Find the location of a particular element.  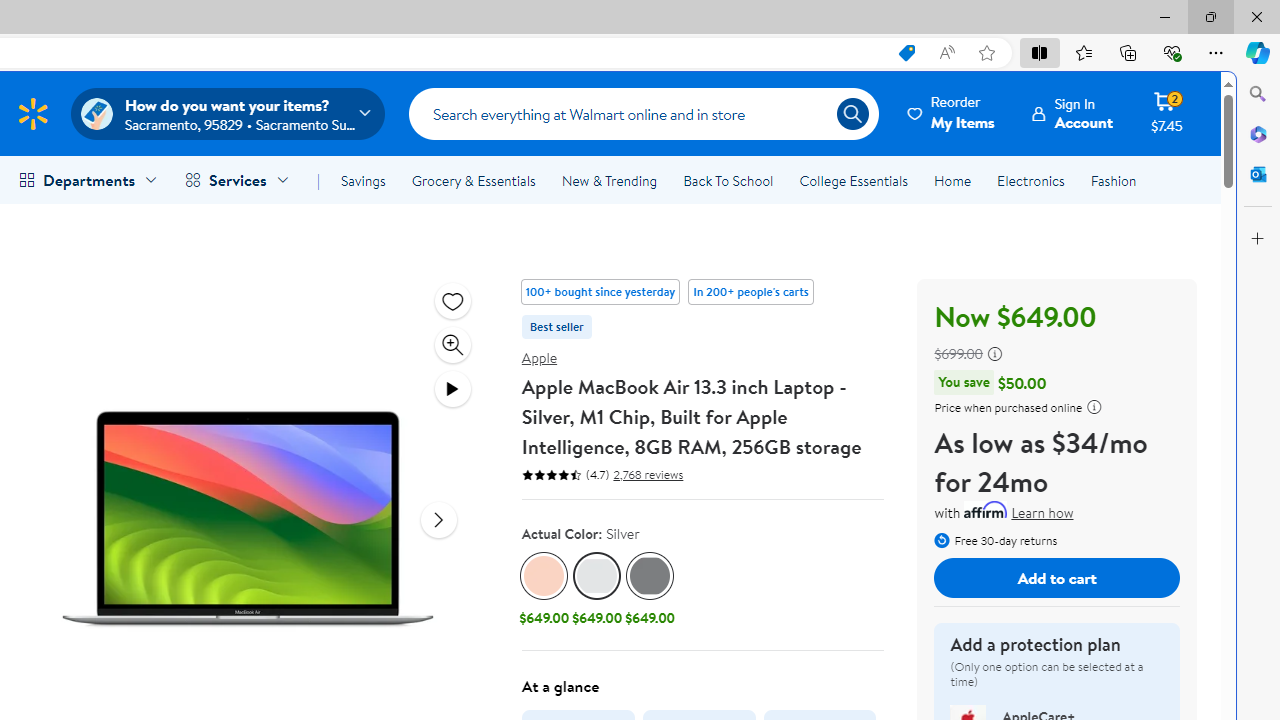

'Fashion' is located at coordinates (1112, 181).